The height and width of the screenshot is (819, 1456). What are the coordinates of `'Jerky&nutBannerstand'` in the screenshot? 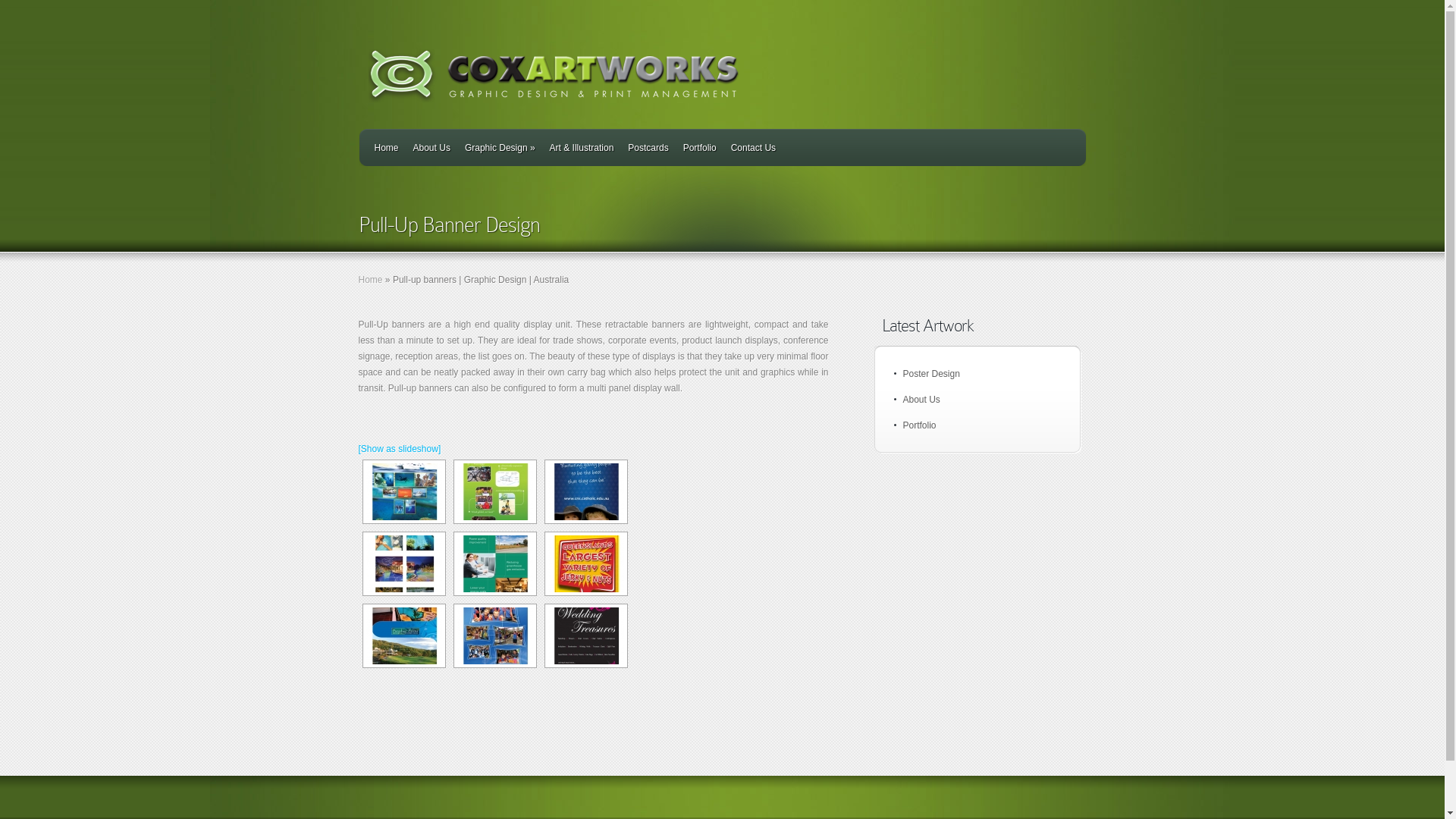 It's located at (585, 563).